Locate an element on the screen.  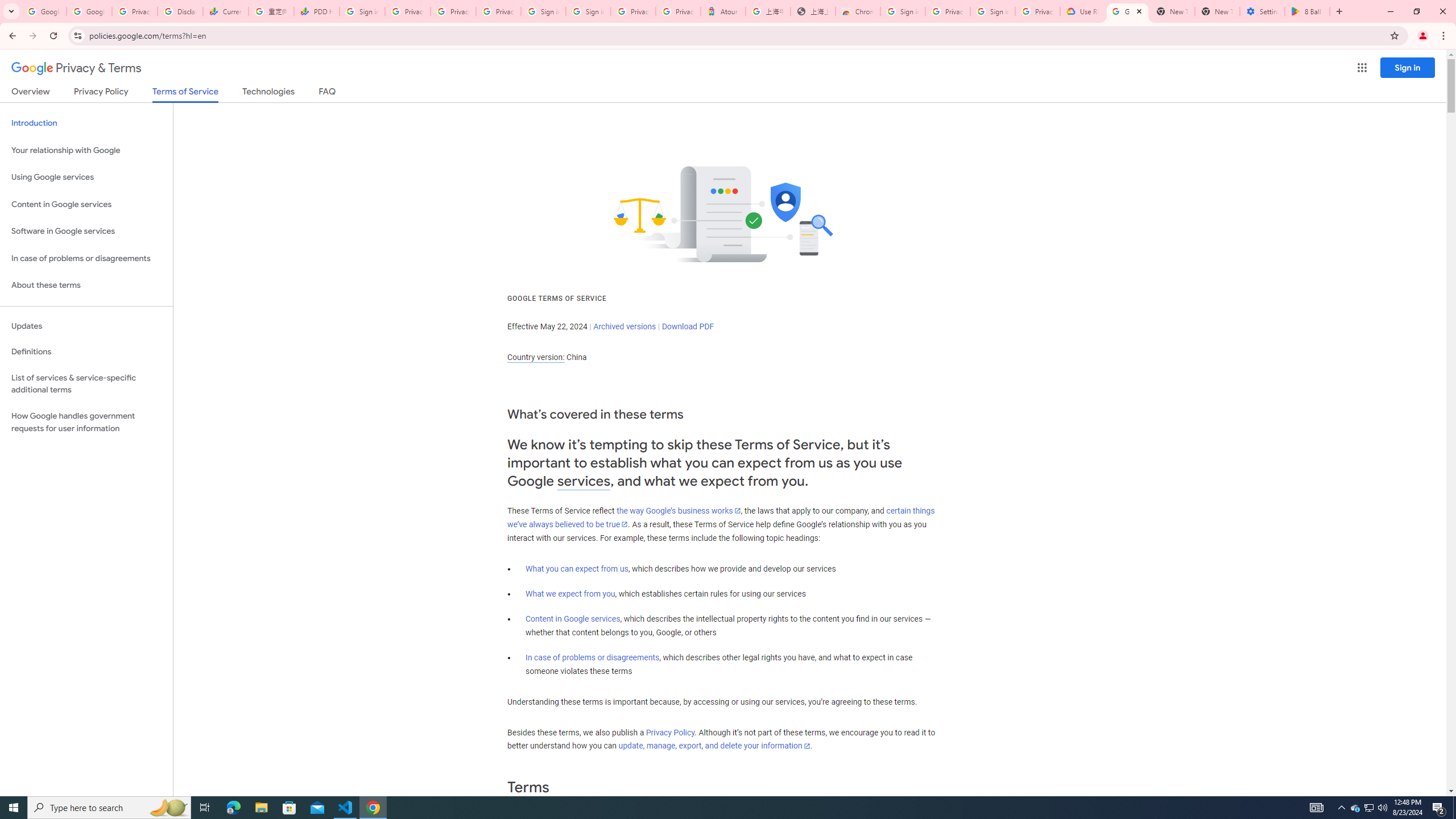
'FAQ' is located at coordinates (327, 93).